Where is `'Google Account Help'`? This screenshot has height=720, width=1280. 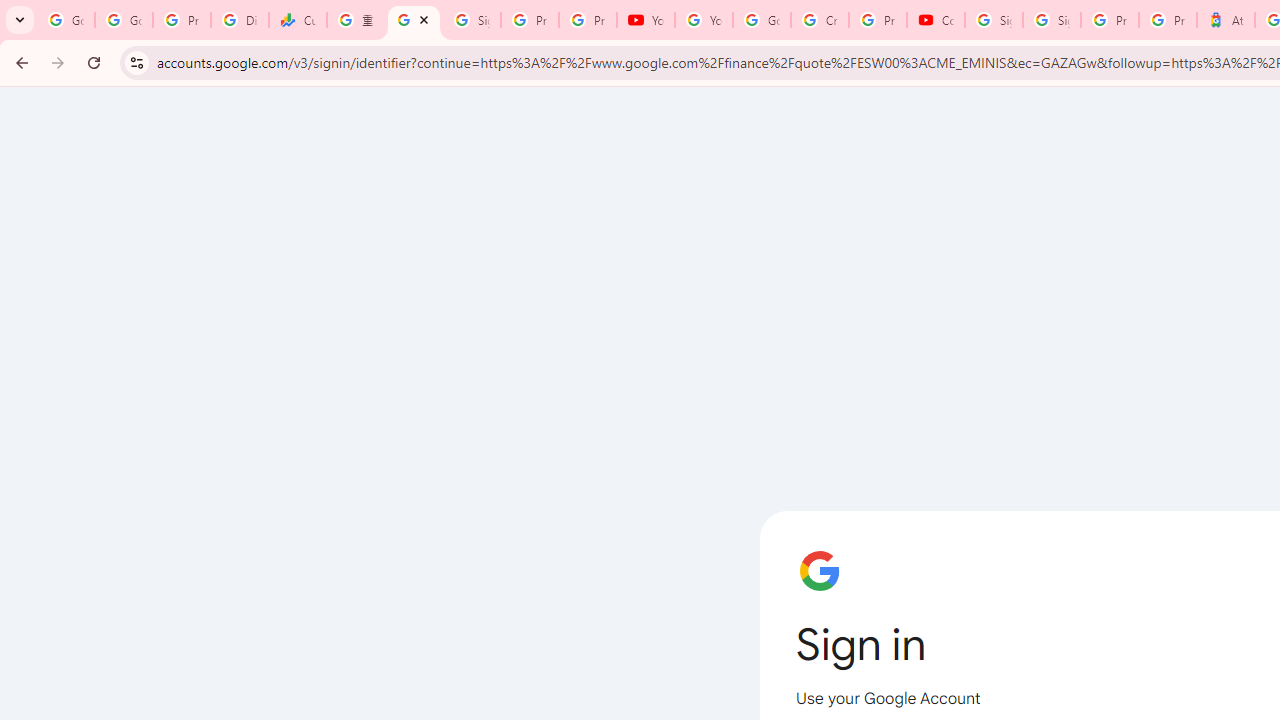
'Google Account Help' is located at coordinates (761, 20).